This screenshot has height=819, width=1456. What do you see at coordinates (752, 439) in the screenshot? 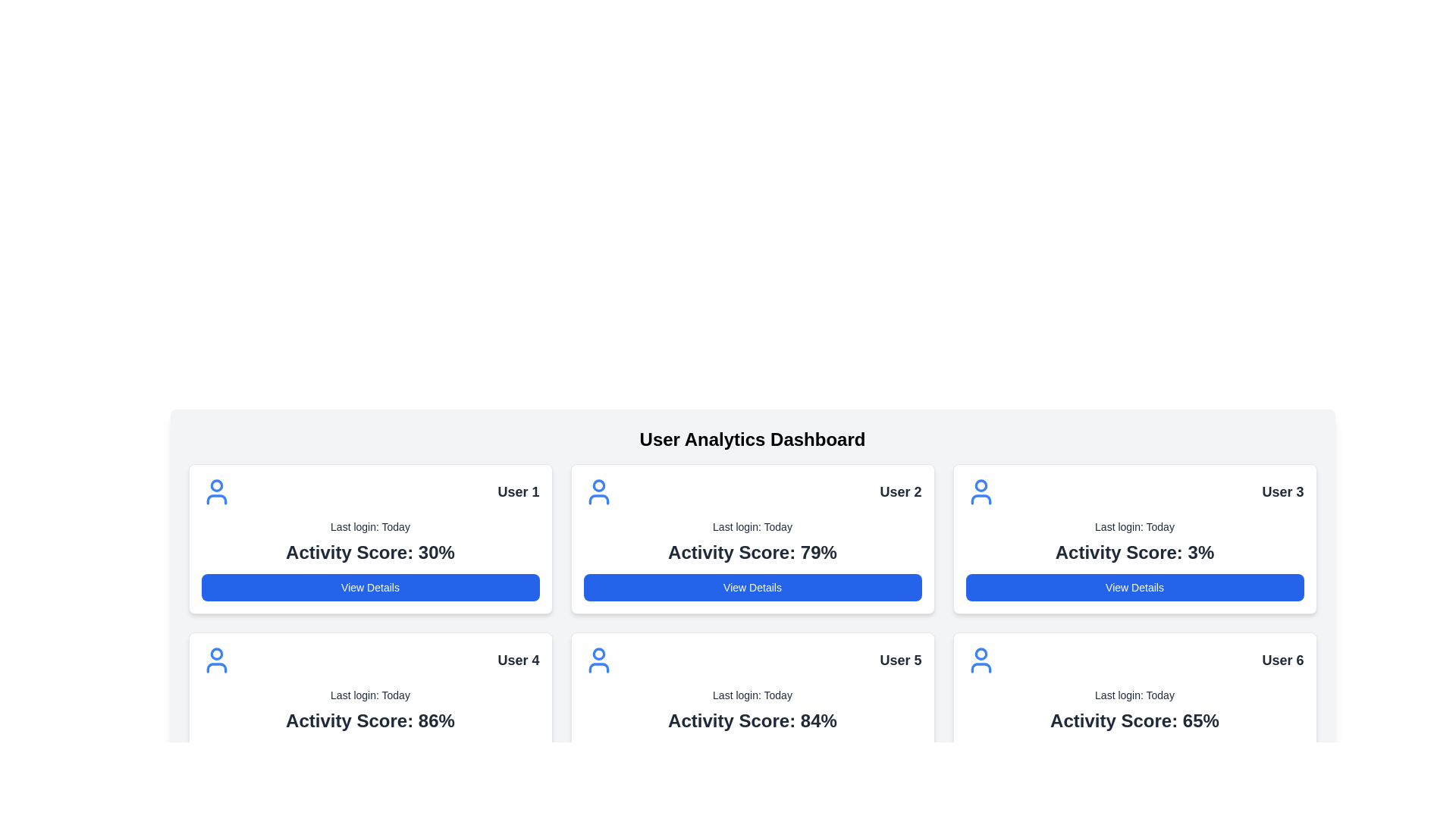
I see `text from the centered title element labeled 'User Analytics Dashboard', which is styled in bold and positioned above the user information cards` at bounding box center [752, 439].